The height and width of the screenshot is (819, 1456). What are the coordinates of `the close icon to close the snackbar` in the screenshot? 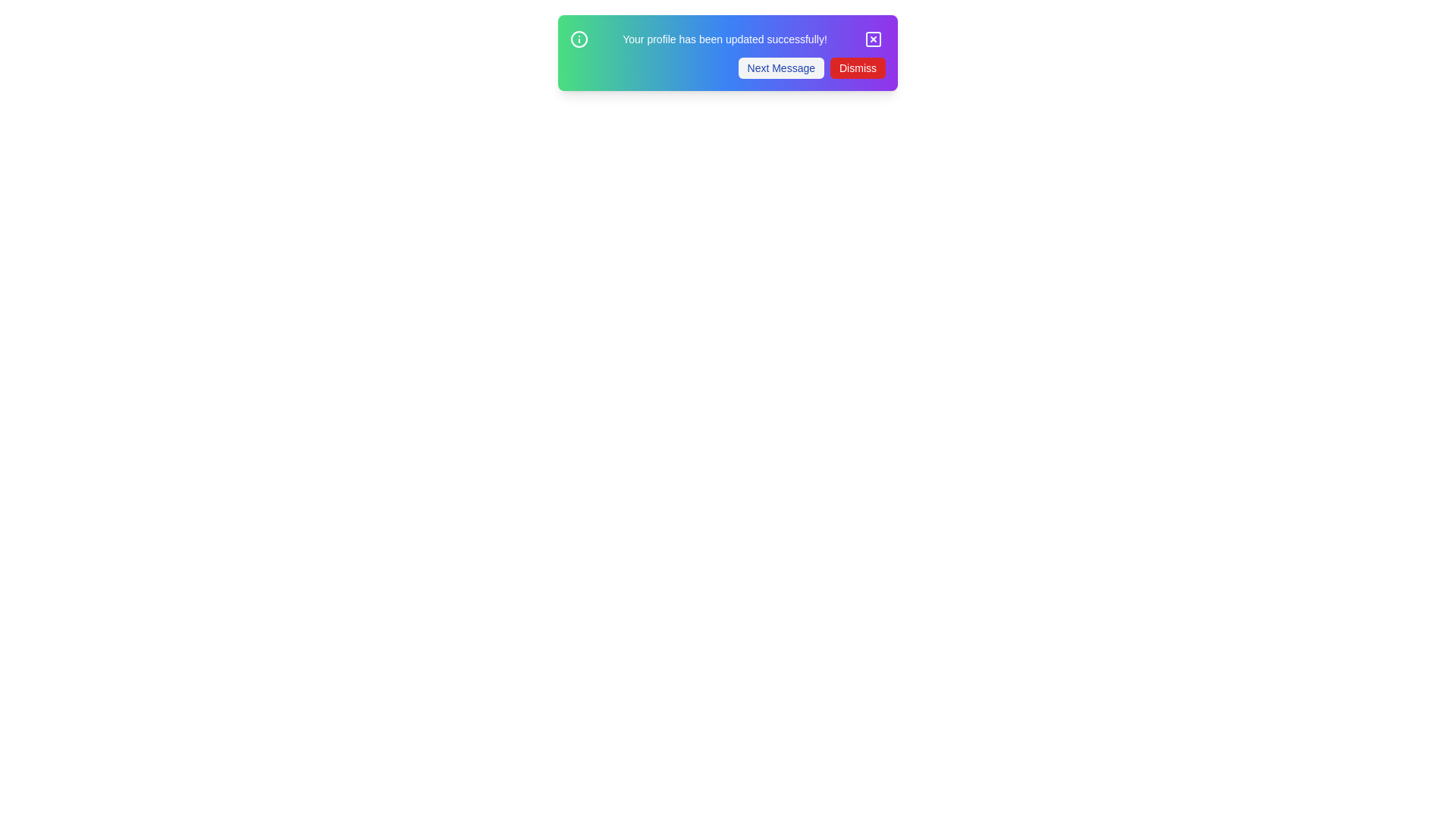 It's located at (874, 38).